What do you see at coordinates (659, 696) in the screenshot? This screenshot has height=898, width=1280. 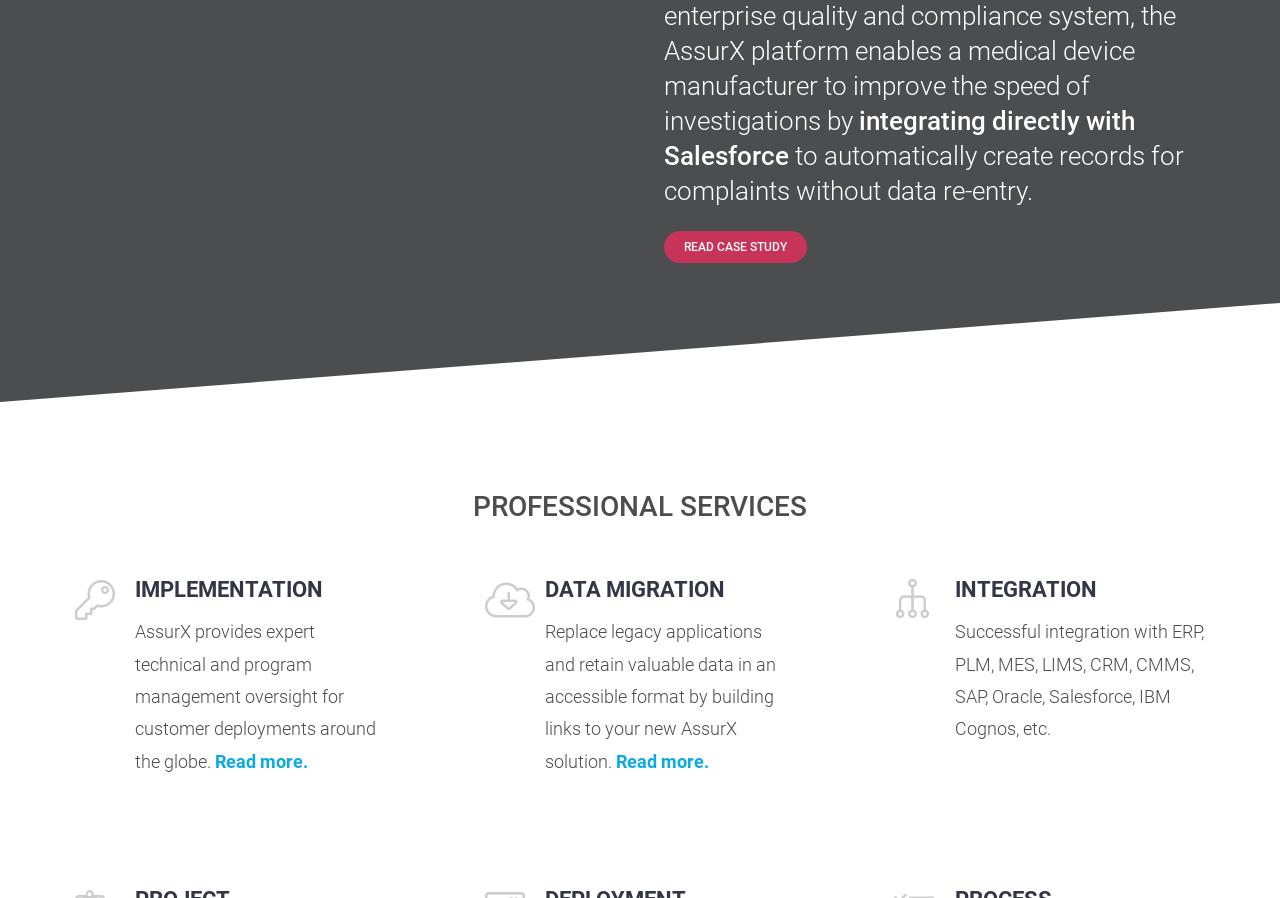 I see `'Replace legacy applications and retain valuable data in an accessible format by building links to your new AssurX solution.'` at bounding box center [659, 696].